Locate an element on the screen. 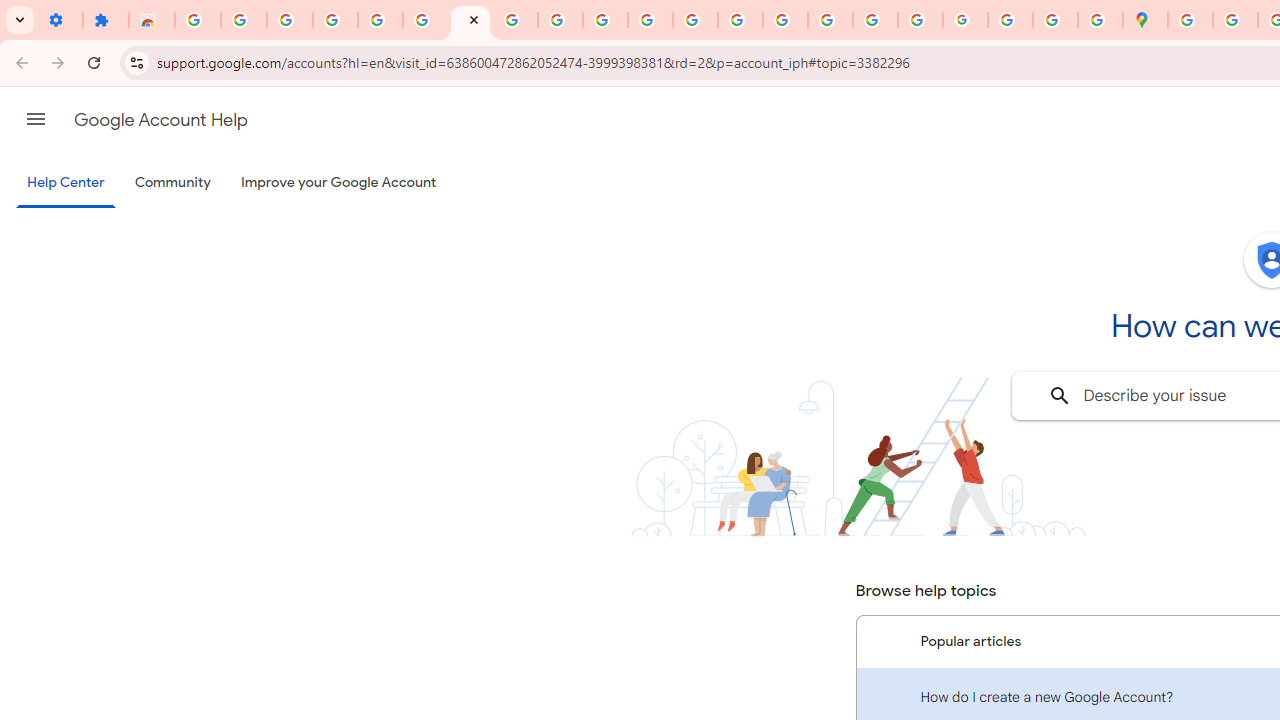 The height and width of the screenshot is (720, 1280). 'Settings - On startup' is located at coordinates (60, 20).